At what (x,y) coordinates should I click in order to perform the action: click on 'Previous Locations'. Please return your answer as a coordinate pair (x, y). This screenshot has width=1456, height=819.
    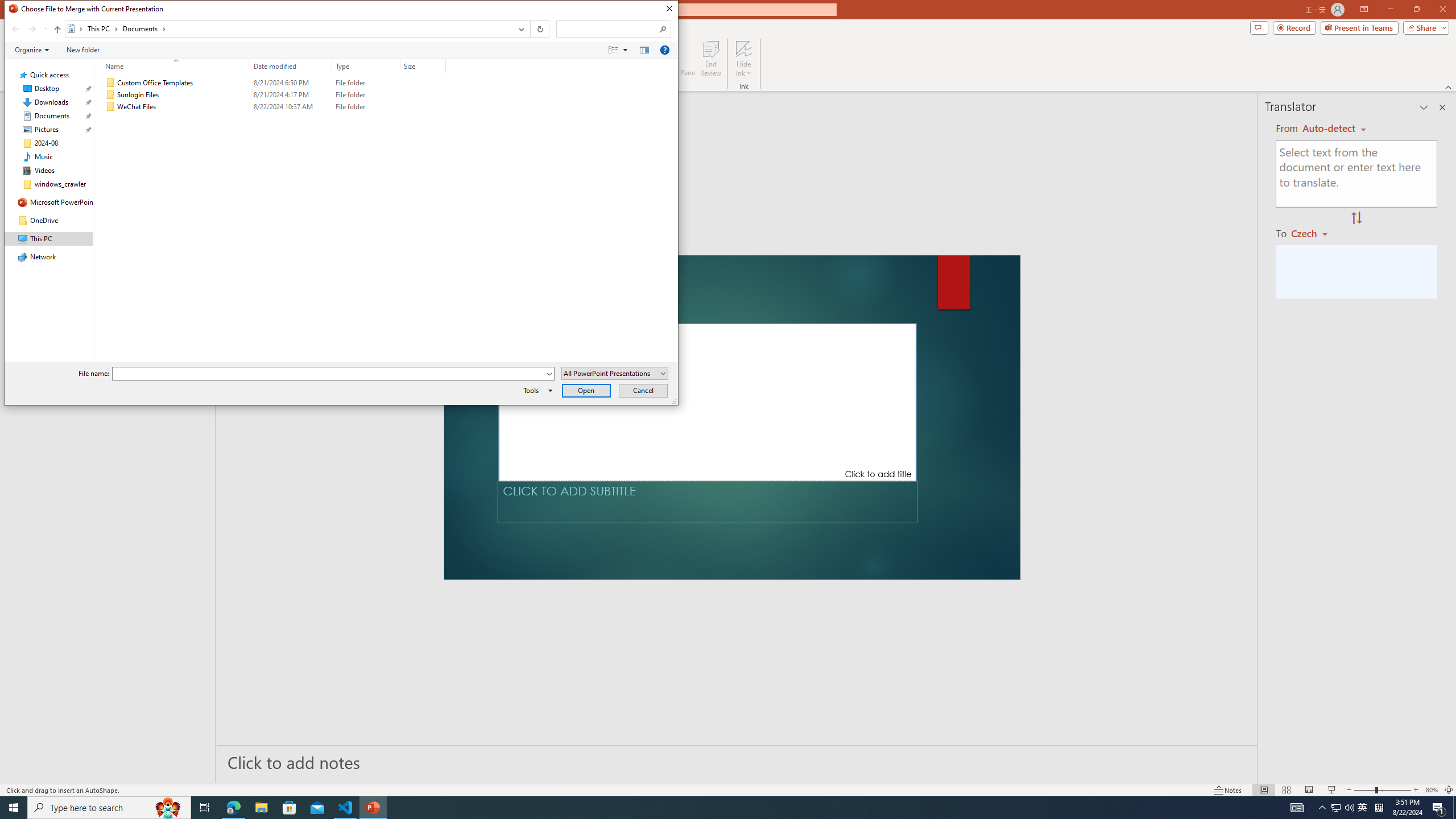
    Looking at the image, I should click on (520, 28).